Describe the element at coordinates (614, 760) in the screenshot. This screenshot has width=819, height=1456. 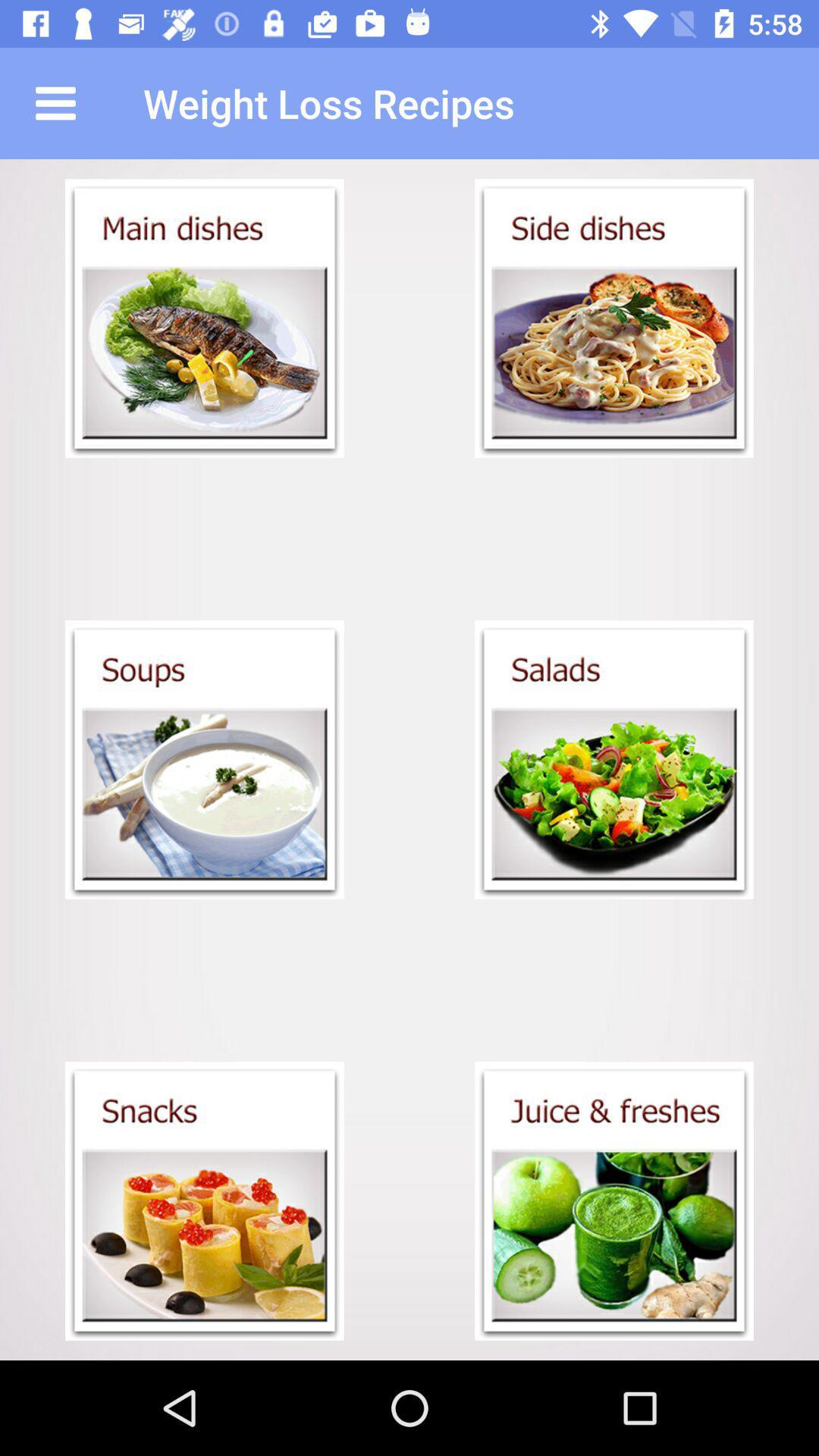
I see `the icon on the right` at that location.